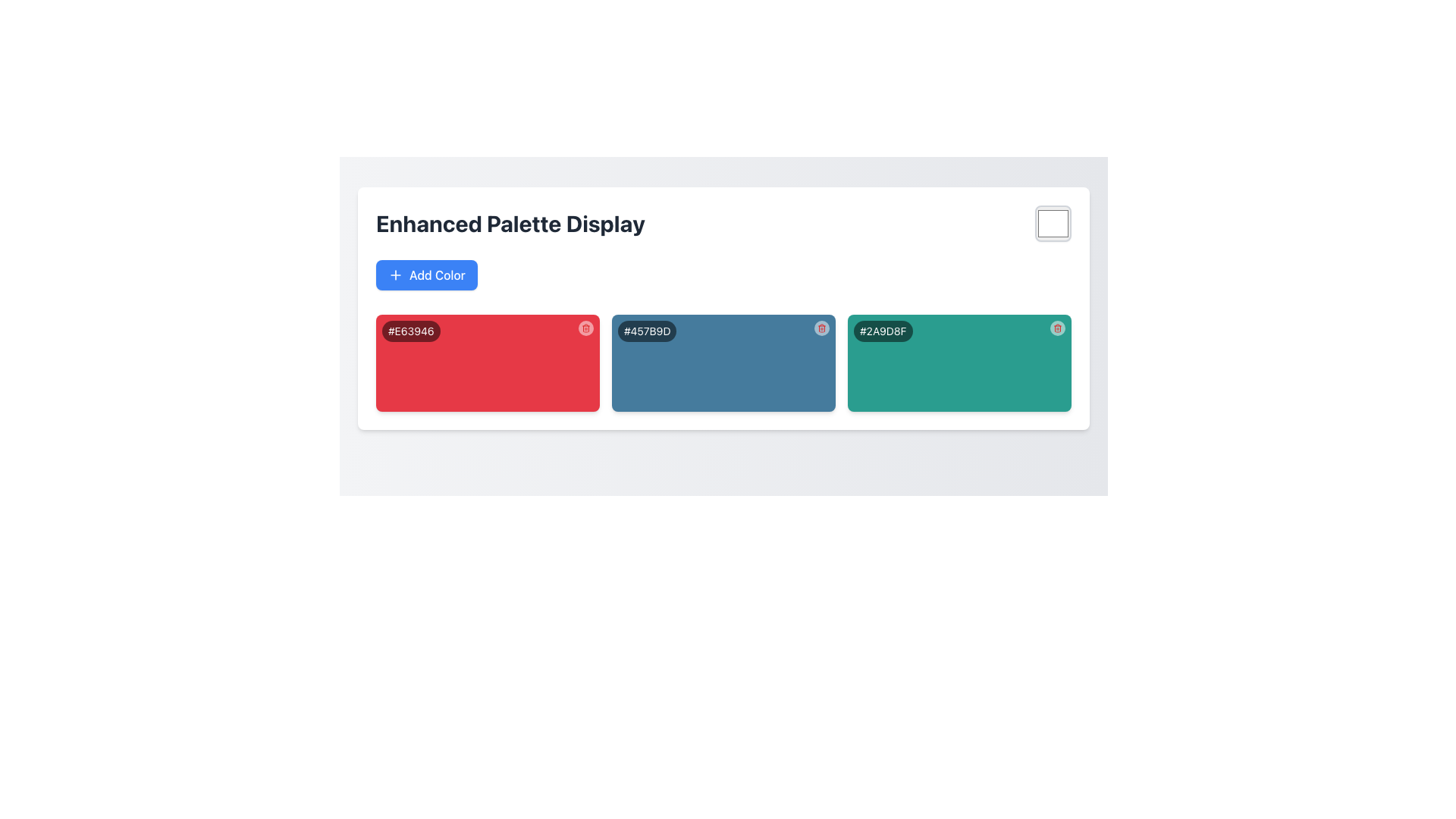 The image size is (1456, 819). Describe the element at coordinates (585, 327) in the screenshot. I see `the delete button, which is a small red trash can icon located in the top-right corner of the red rectangular card displaying the hexadecimal color code '#E63946'` at that location.